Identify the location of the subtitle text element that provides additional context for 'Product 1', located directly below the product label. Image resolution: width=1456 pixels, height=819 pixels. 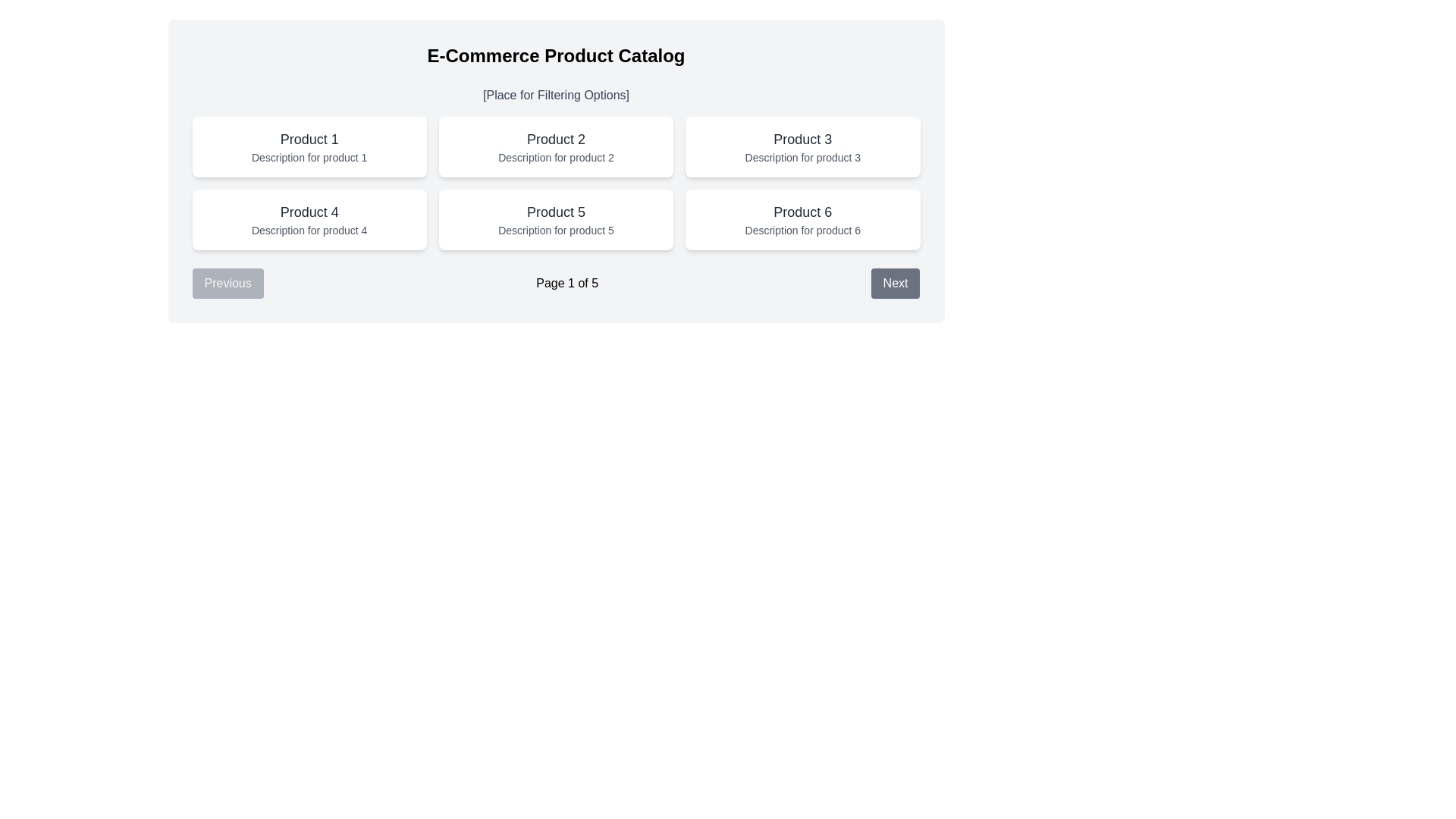
(309, 158).